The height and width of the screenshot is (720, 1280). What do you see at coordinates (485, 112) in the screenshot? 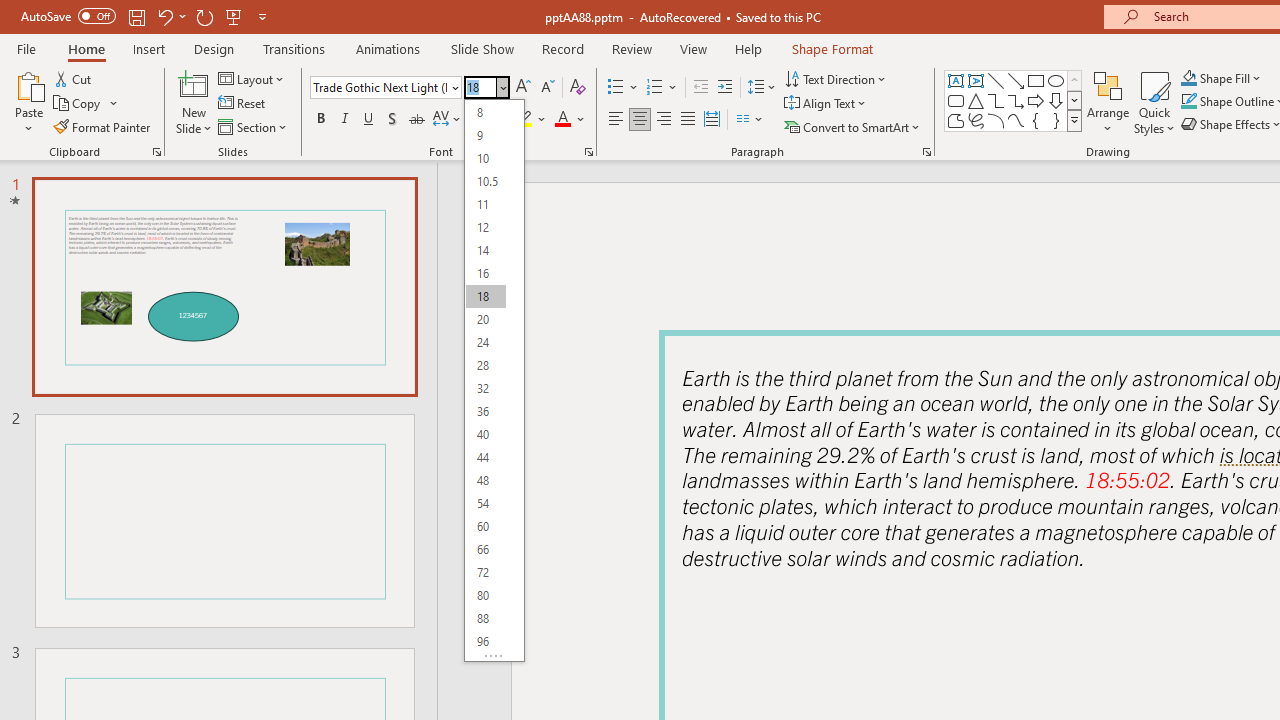
I see `'8'` at bounding box center [485, 112].